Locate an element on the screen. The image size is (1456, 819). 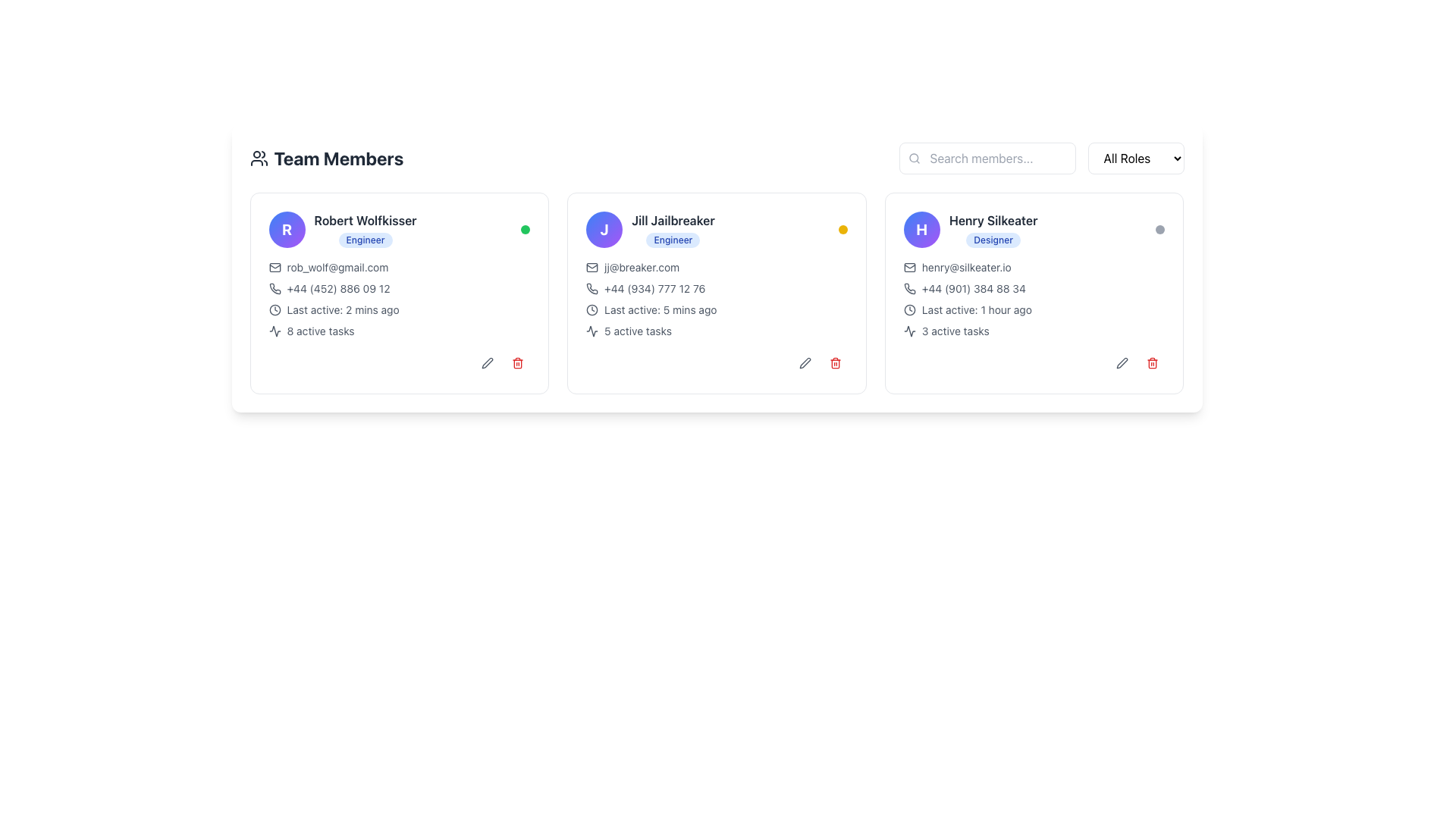
the phone number display for user 'Robert Wolfkisser' located in the center-left card of the 'Team Members' section, beneath the email 'rob_wolf@gmail.com' is located at coordinates (399, 289).